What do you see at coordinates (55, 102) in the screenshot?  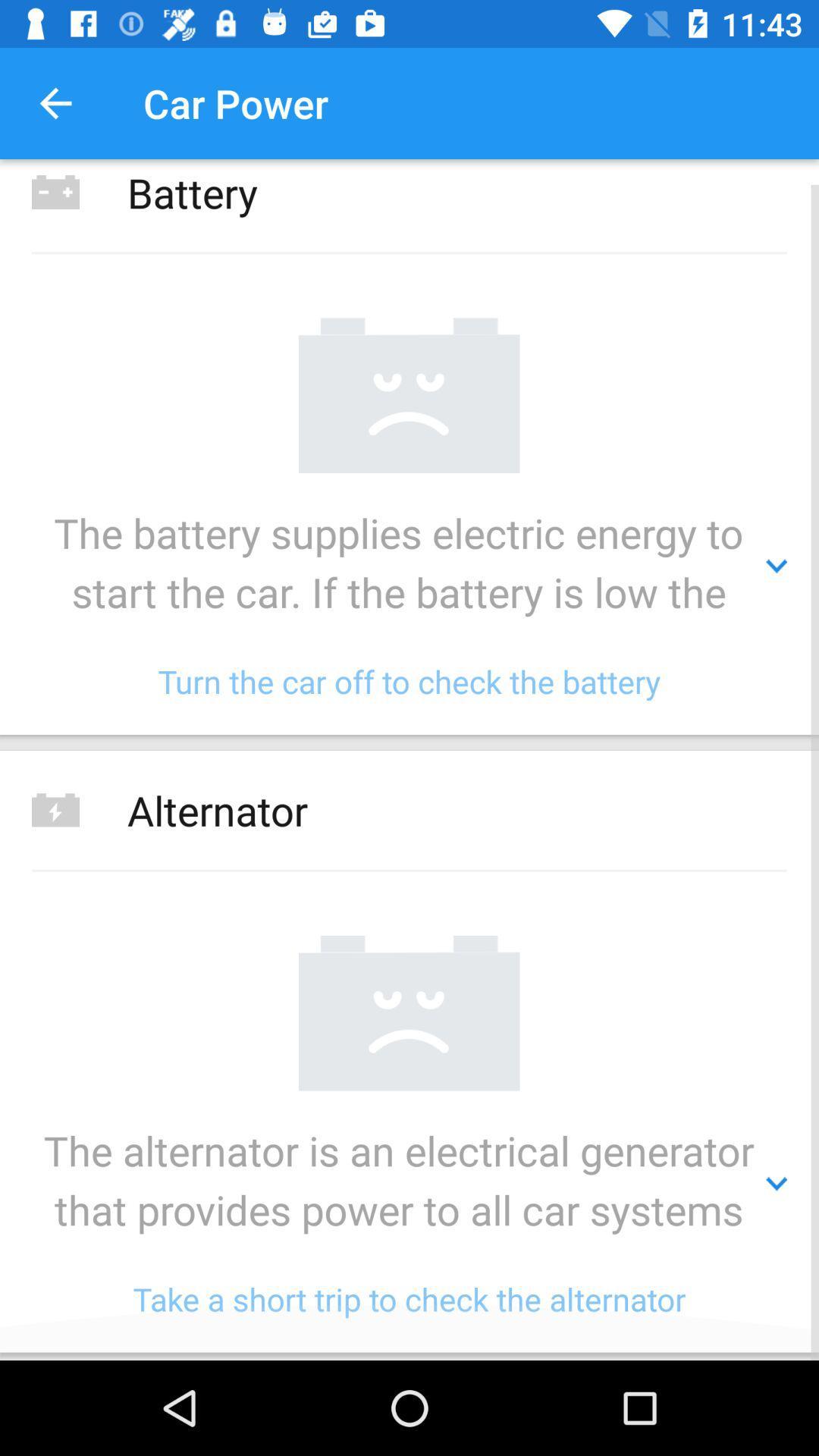 I see `the item above the battery` at bounding box center [55, 102].